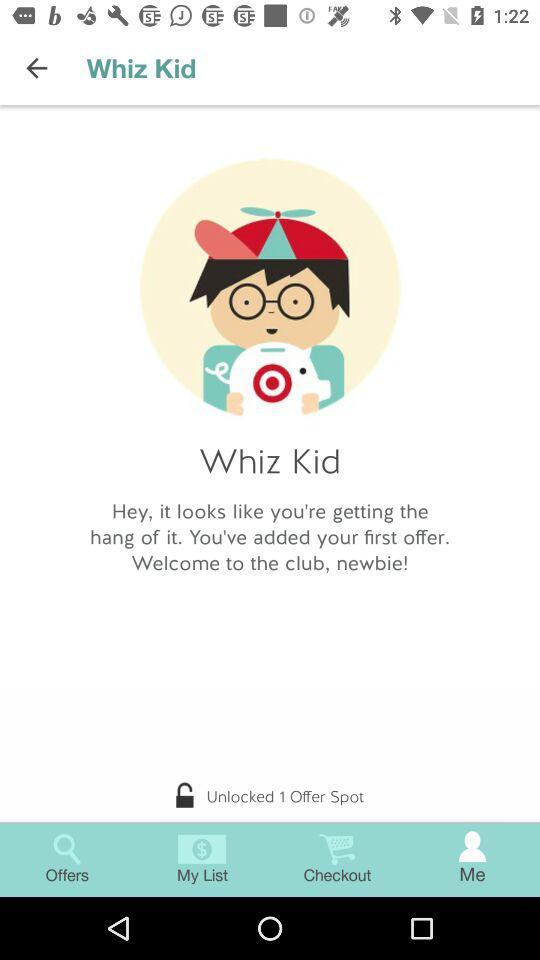  I want to click on icon to the left of the whiz kid, so click(36, 68).